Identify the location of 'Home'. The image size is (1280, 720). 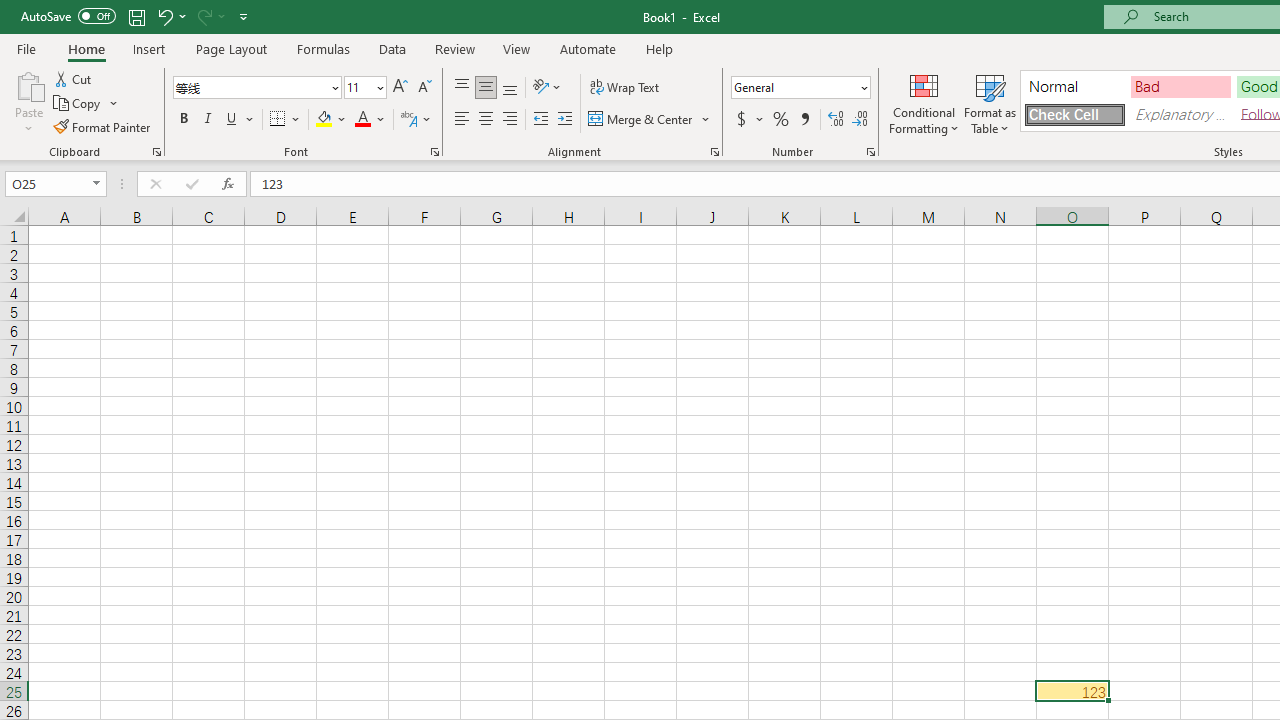
(85, 48).